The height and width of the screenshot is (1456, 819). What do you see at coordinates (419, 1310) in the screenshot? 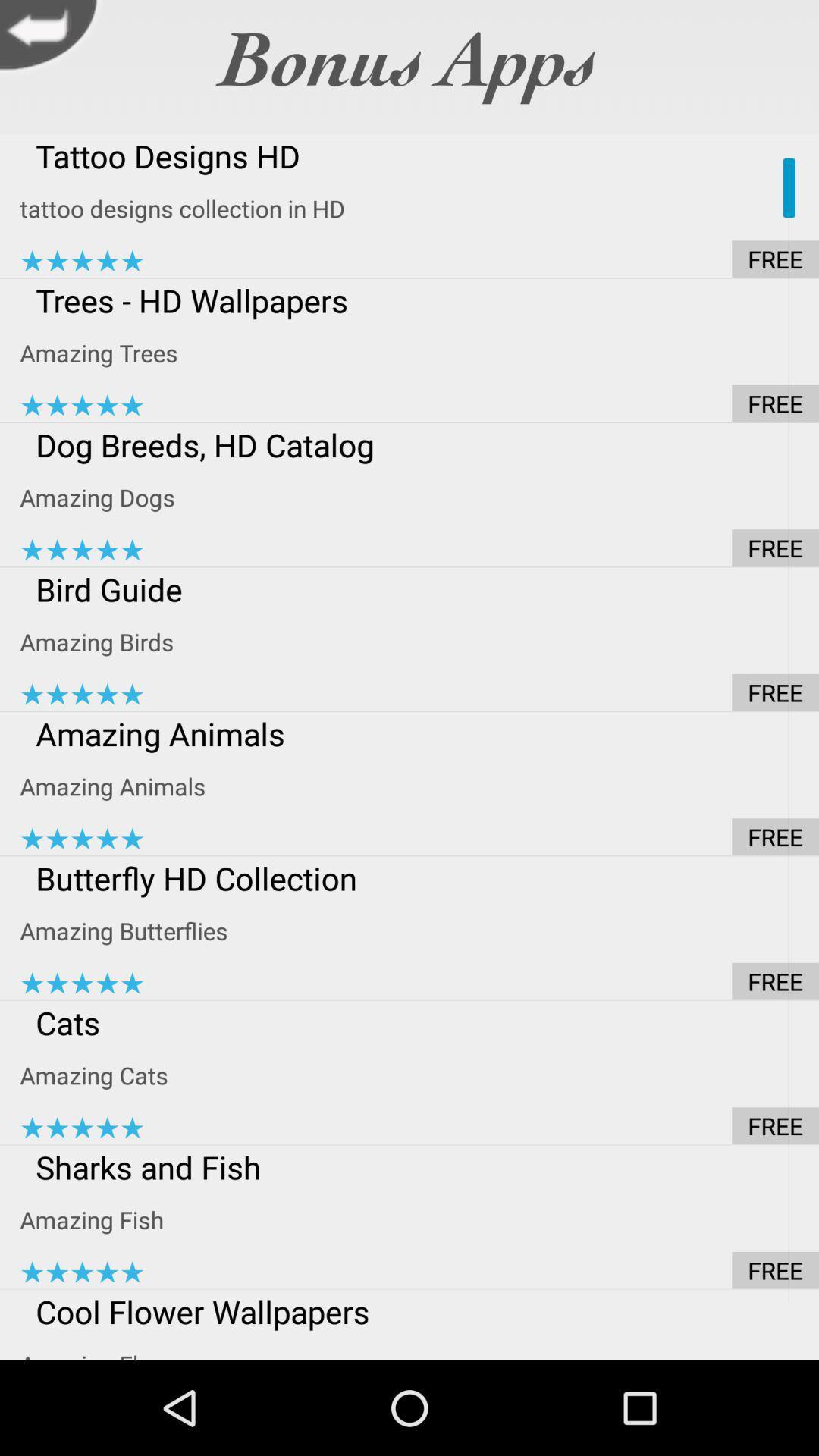
I see `cool flower wallpapers  item` at bounding box center [419, 1310].